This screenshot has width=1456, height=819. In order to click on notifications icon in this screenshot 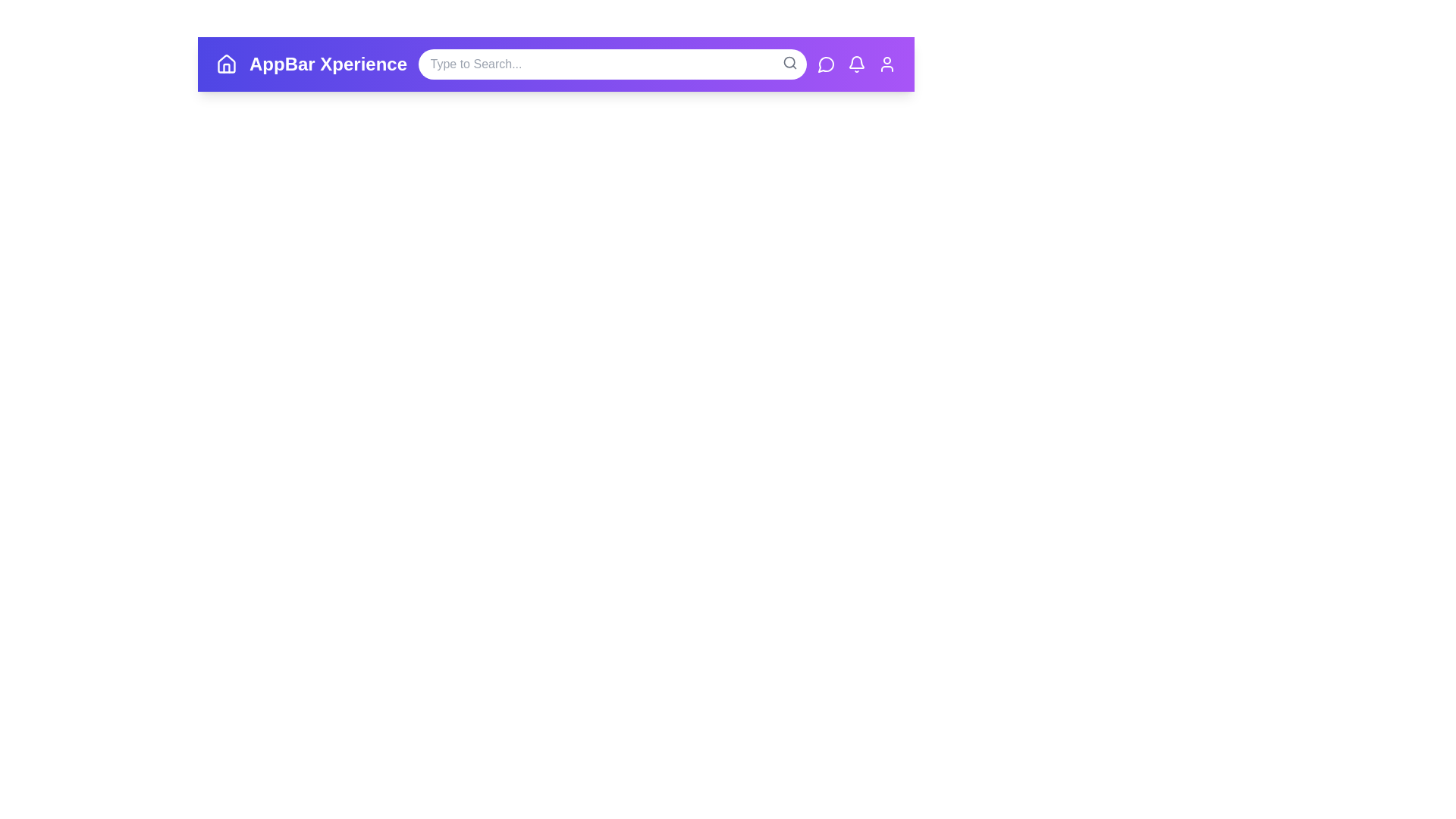, I will do `click(856, 63)`.